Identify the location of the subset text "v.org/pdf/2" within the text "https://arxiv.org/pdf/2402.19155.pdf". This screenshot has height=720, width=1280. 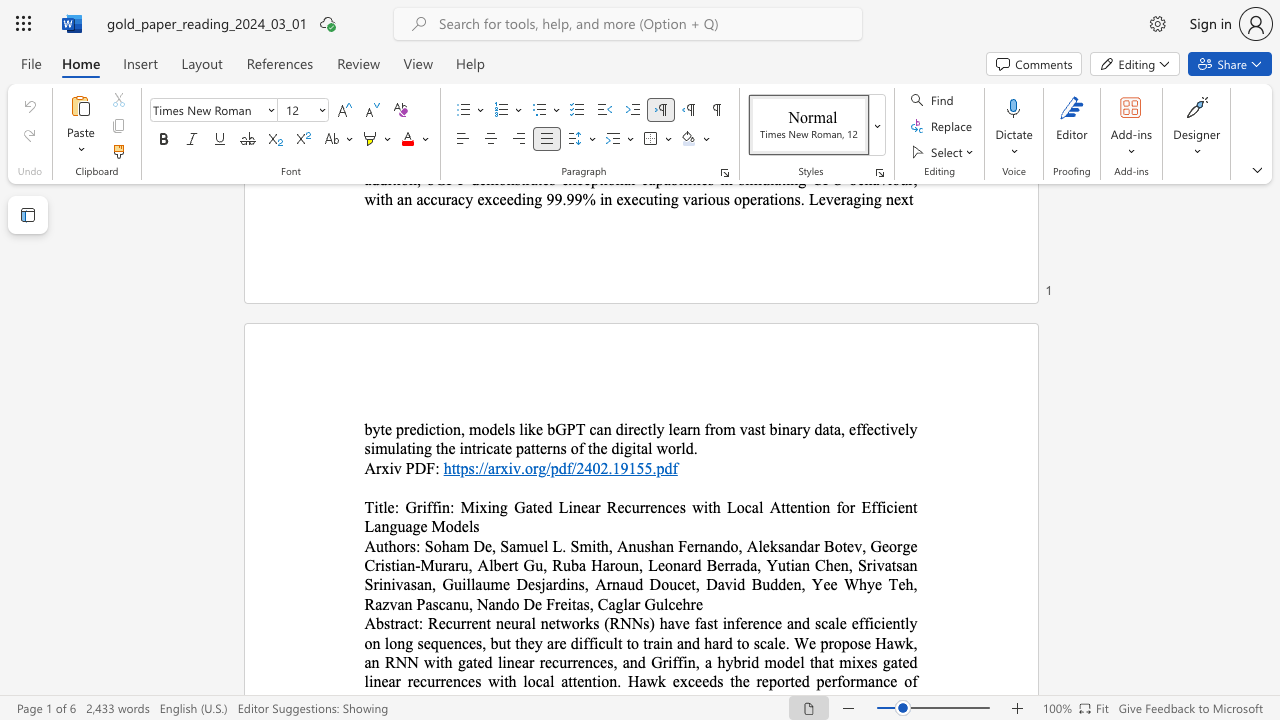
(512, 468).